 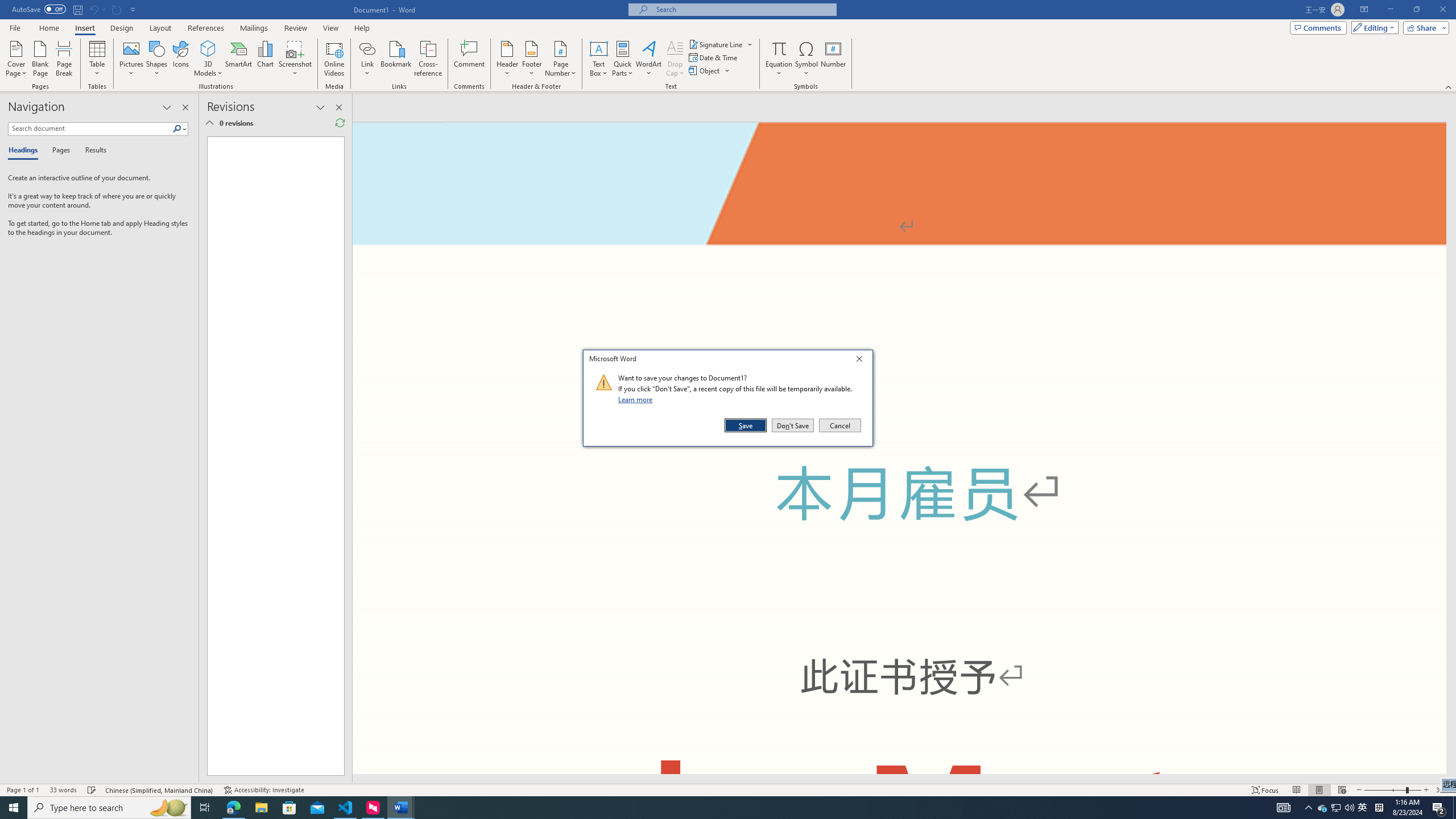 What do you see at coordinates (1443, 790) in the screenshot?
I see `'Zoom 308%'` at bounding box center [1443, 790].